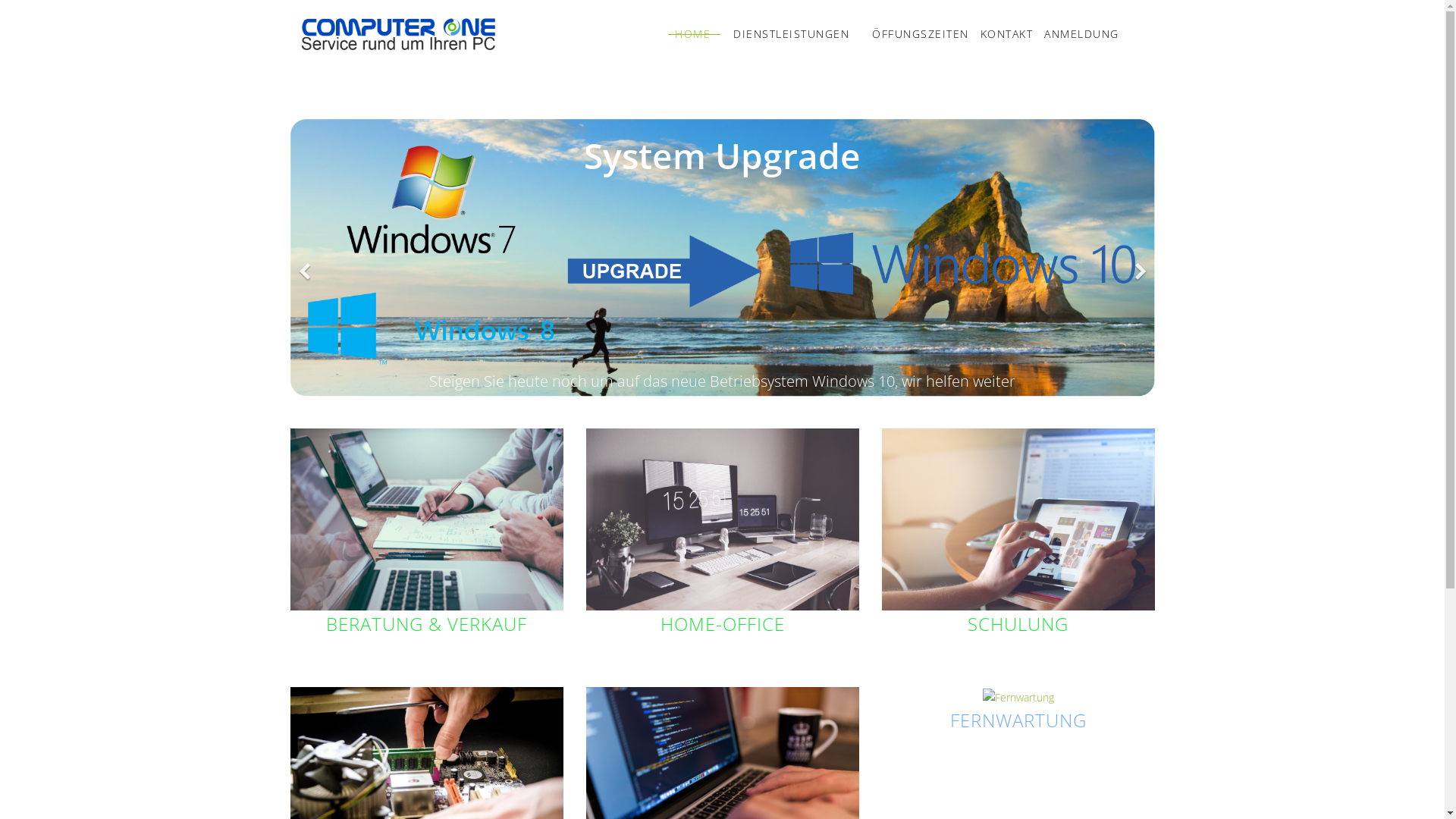 The height and width of the screenshot is (819, 1456). I want to click on 'Beratung & Verkauf', so click(425, 519).